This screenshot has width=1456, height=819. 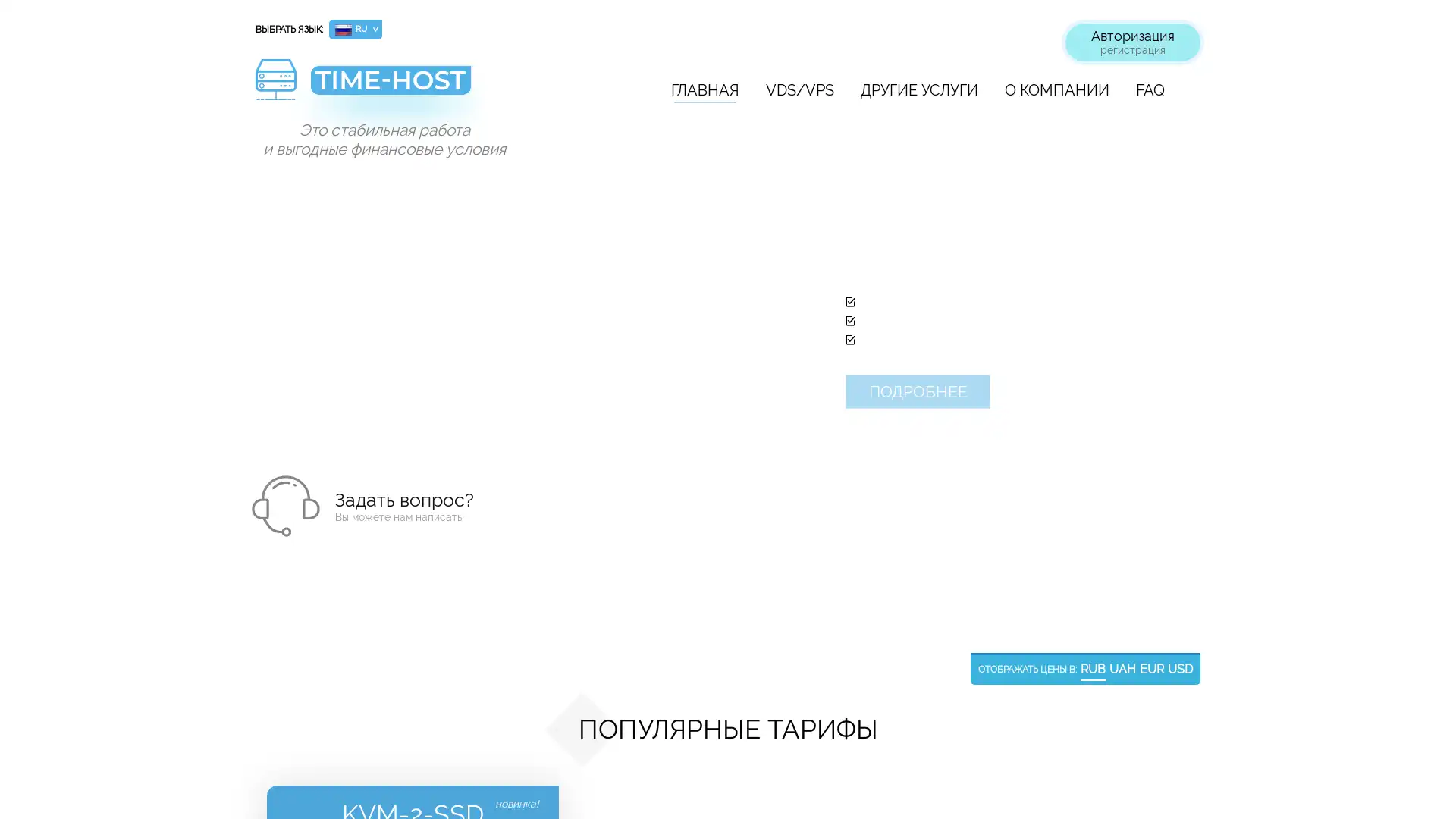 What do you see at coordinates (355, 107) in the screenshot?
I see `pt PT` at bounding box center [355, 107].